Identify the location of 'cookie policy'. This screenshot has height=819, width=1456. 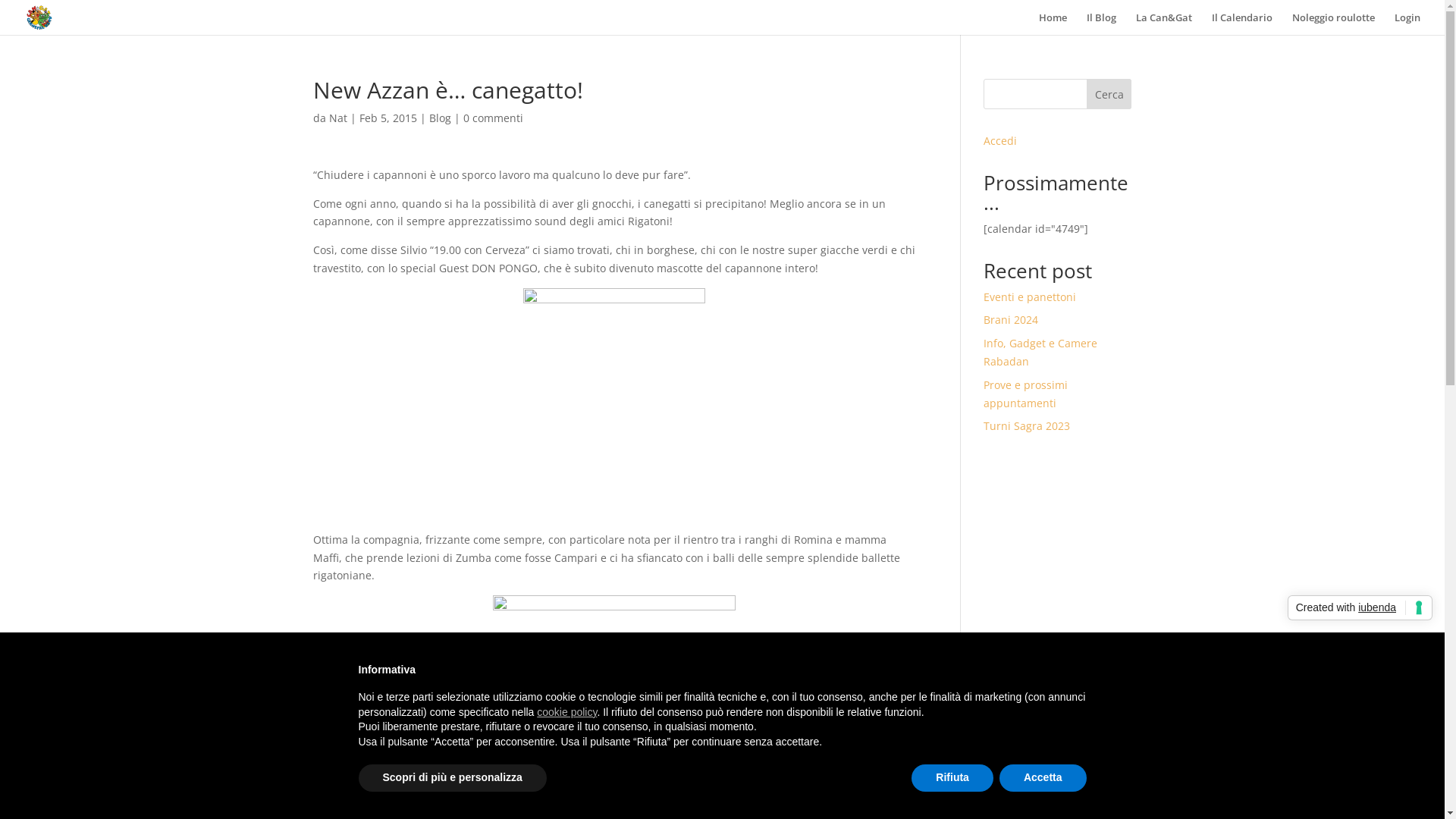
(566, 711).